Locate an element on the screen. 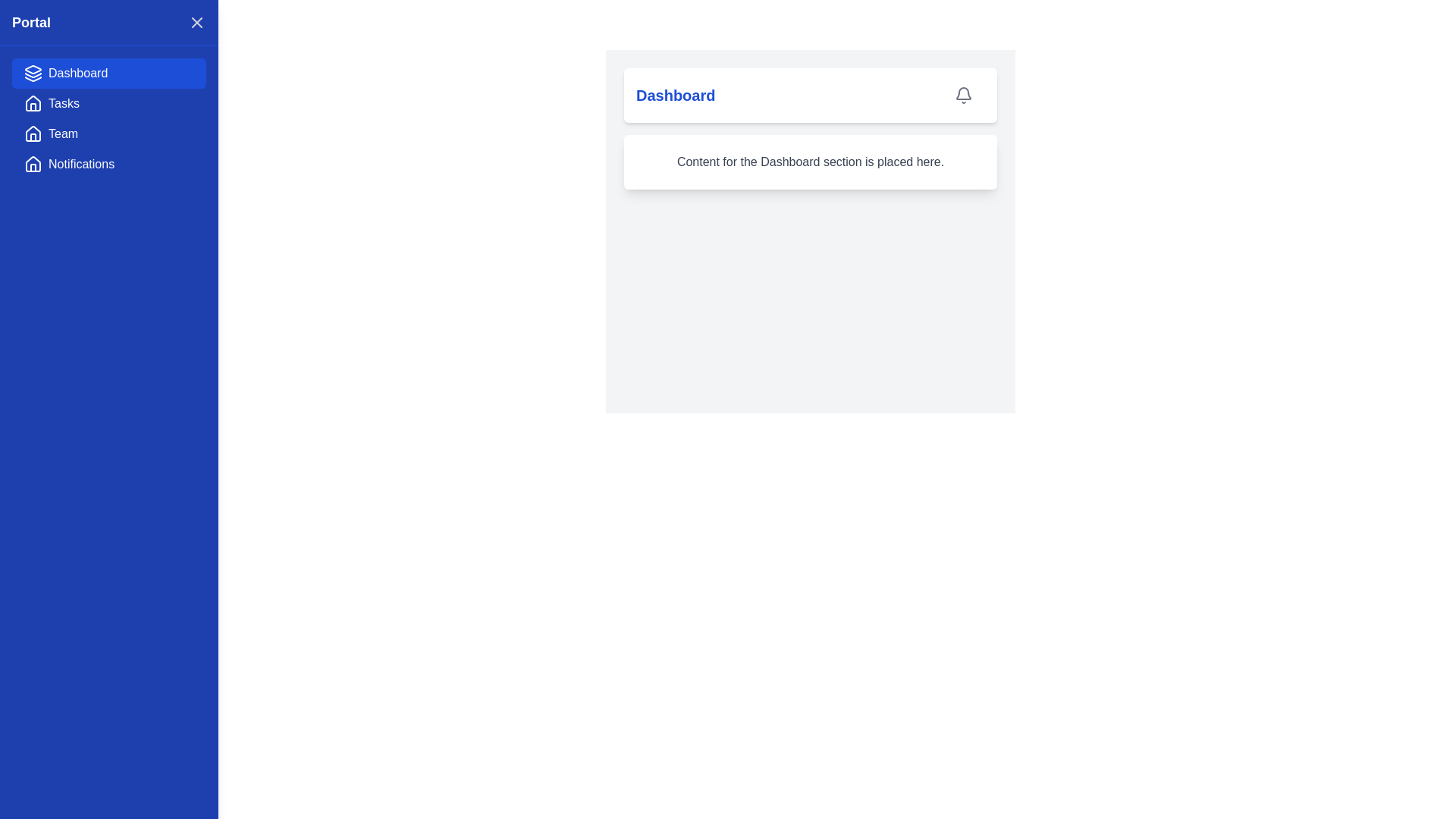 This screenshot has width=1456, height=819. the 'Team' navigation menu item located in the sidebar, which is the third item in the vertical list of menu items is located at coordinates (108, 133).